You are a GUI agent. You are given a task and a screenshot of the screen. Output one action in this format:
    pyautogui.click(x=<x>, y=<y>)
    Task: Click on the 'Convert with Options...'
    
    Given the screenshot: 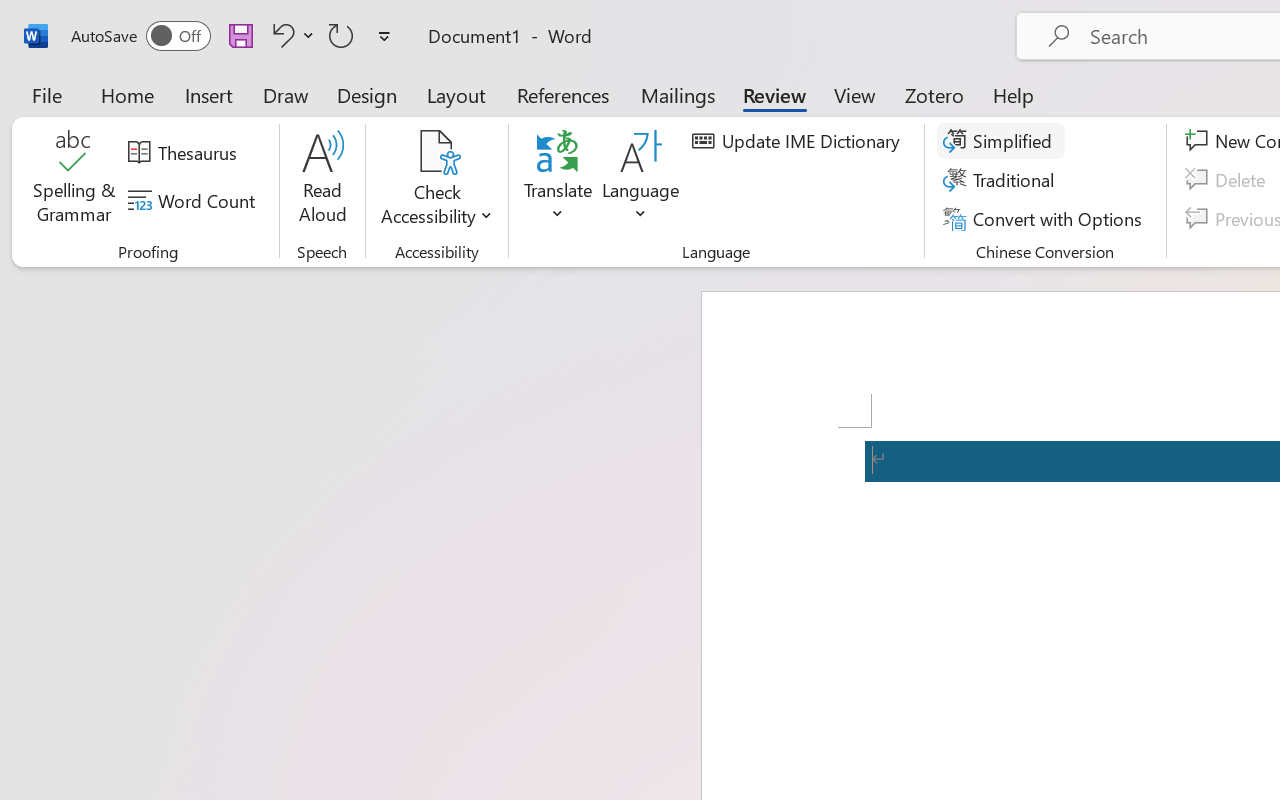 What is the action you would take?
    pyautogui.click(x=1044, y=218)
    